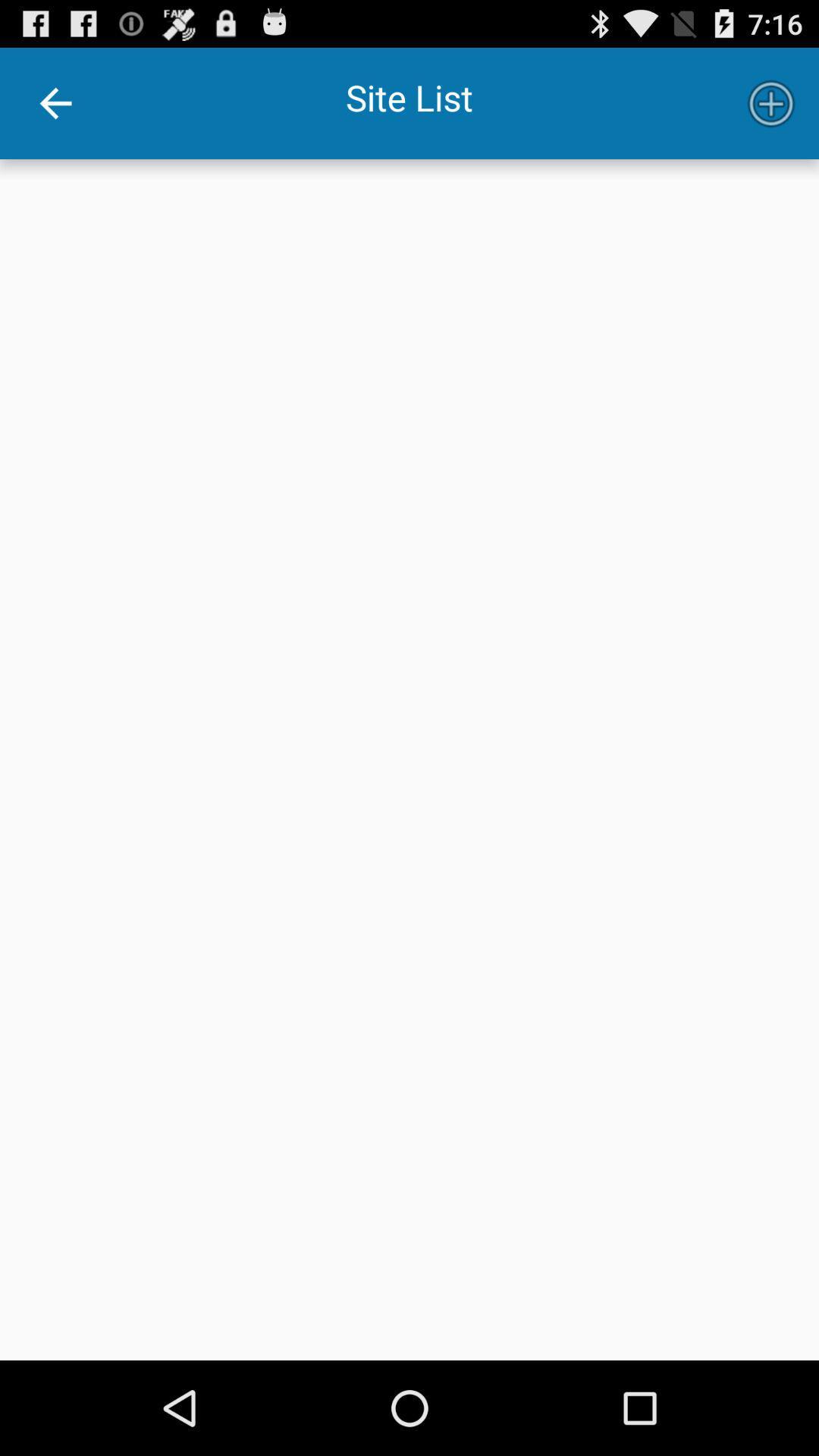 This screenshot has width=819, height=1456. What do you see at coordinates (771, 102) in the screenshot?
I see `the icon at the top right corner` at bounding box center [771, 102].